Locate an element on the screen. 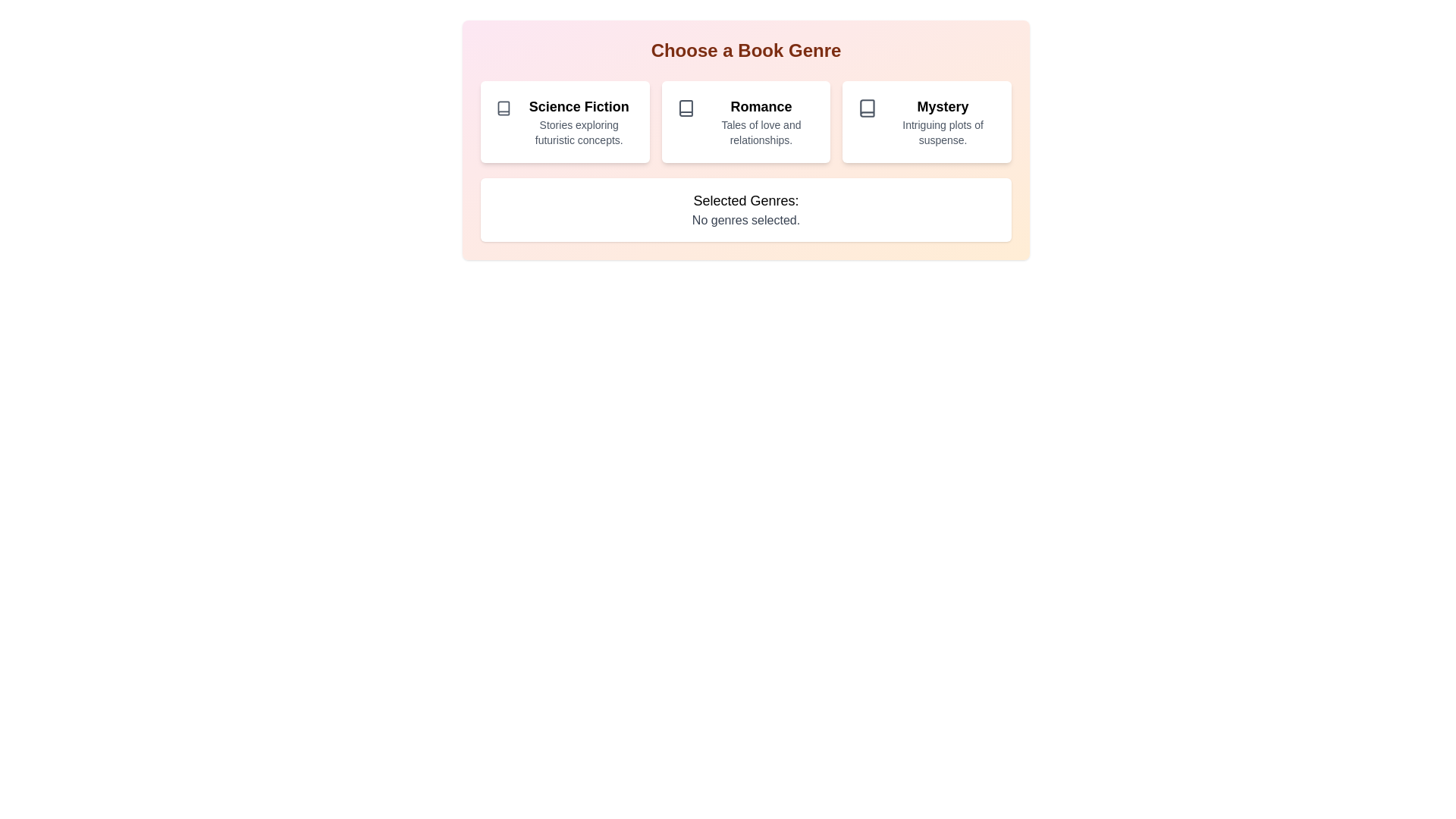  the 'Science Fiction' genre label in the genre selection interface, which is the first item in the row under 'Choose a Book Genre' is located at coordinates (578, 106).